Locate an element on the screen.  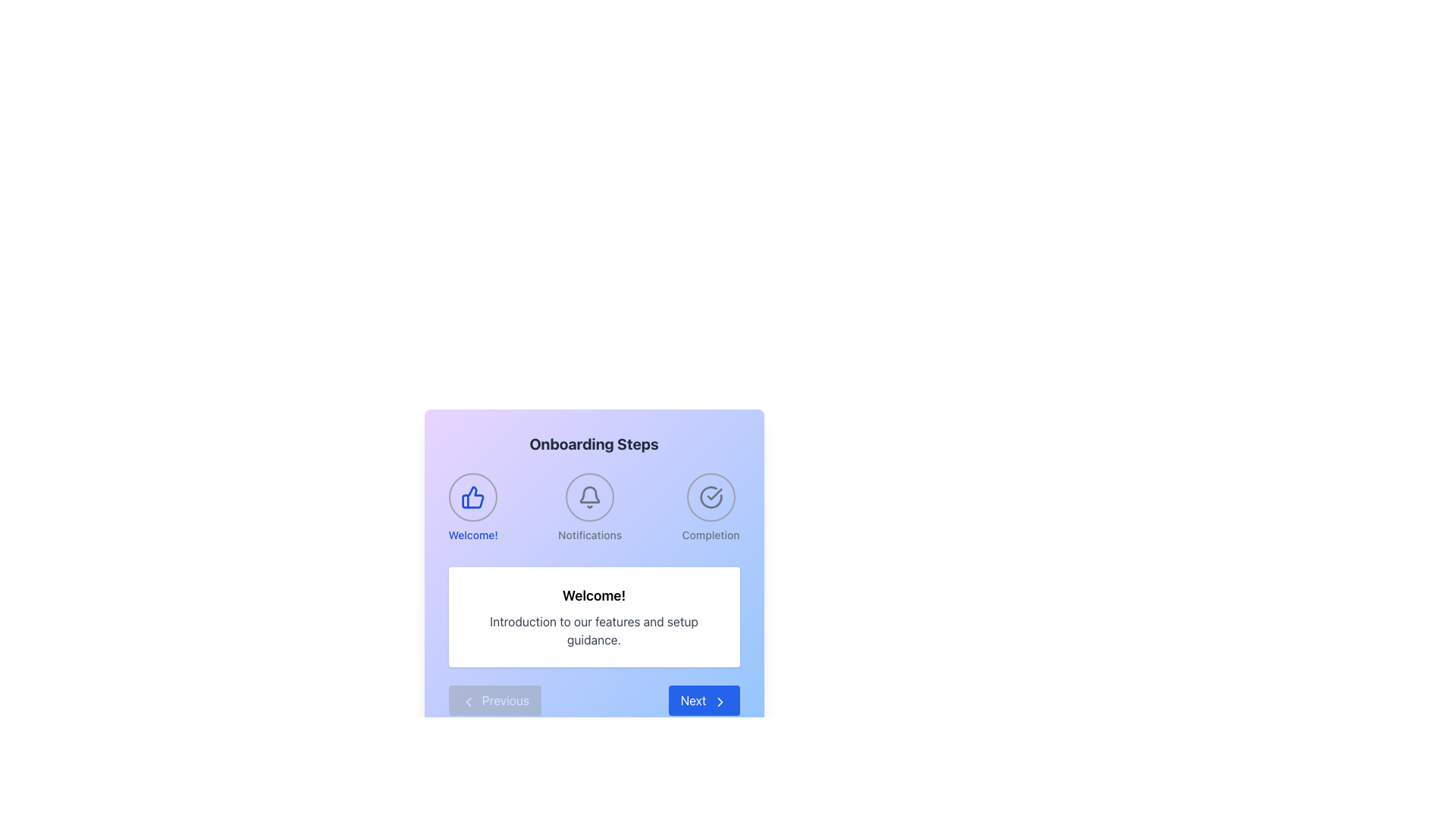
the Grouped Navigation Indicators element located below the title 'Onboarding Steps' is located at coordinates (593, 508).